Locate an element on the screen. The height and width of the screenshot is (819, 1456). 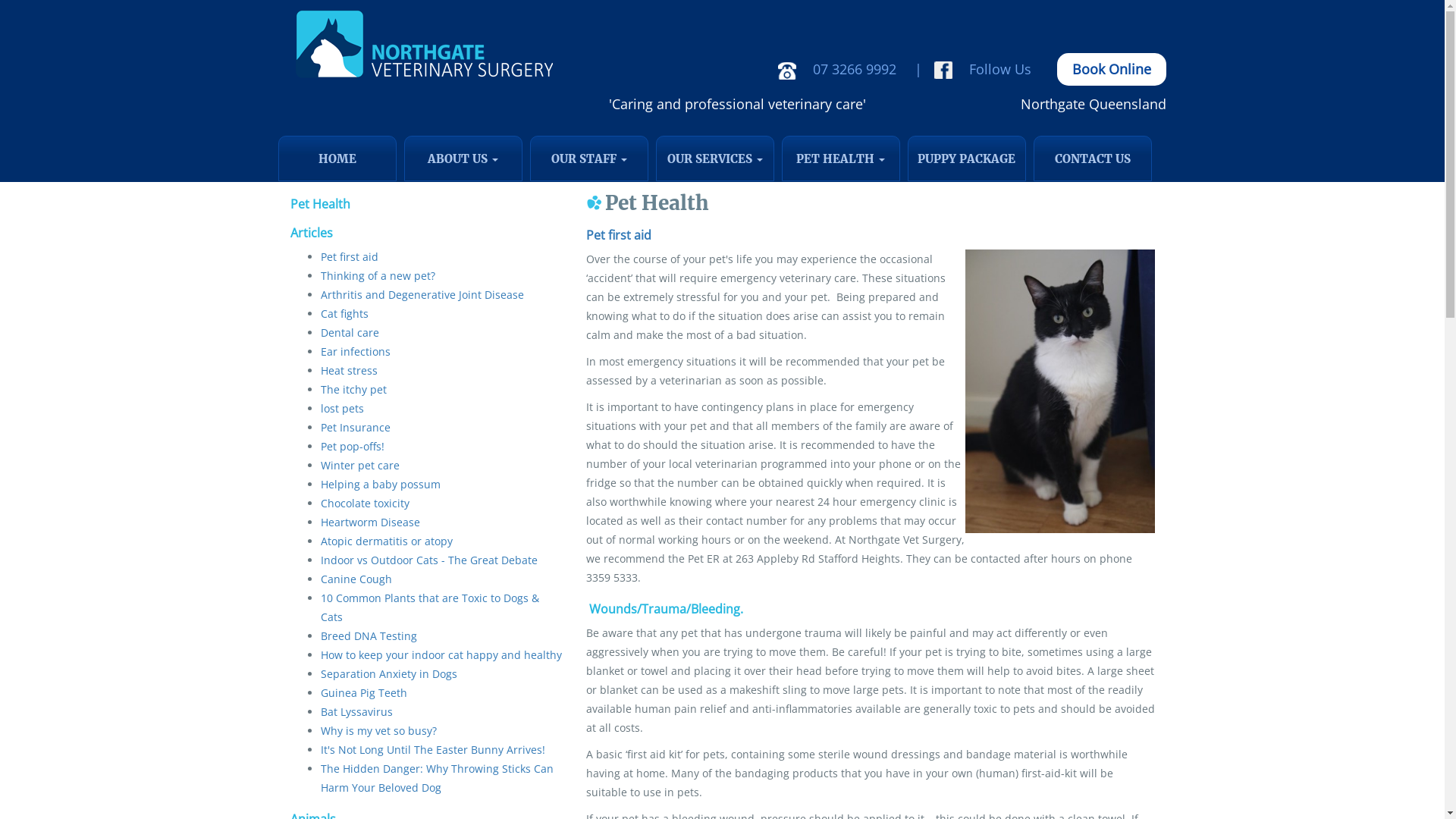
'PET HEALTH' is located at coordinates (781, 158).